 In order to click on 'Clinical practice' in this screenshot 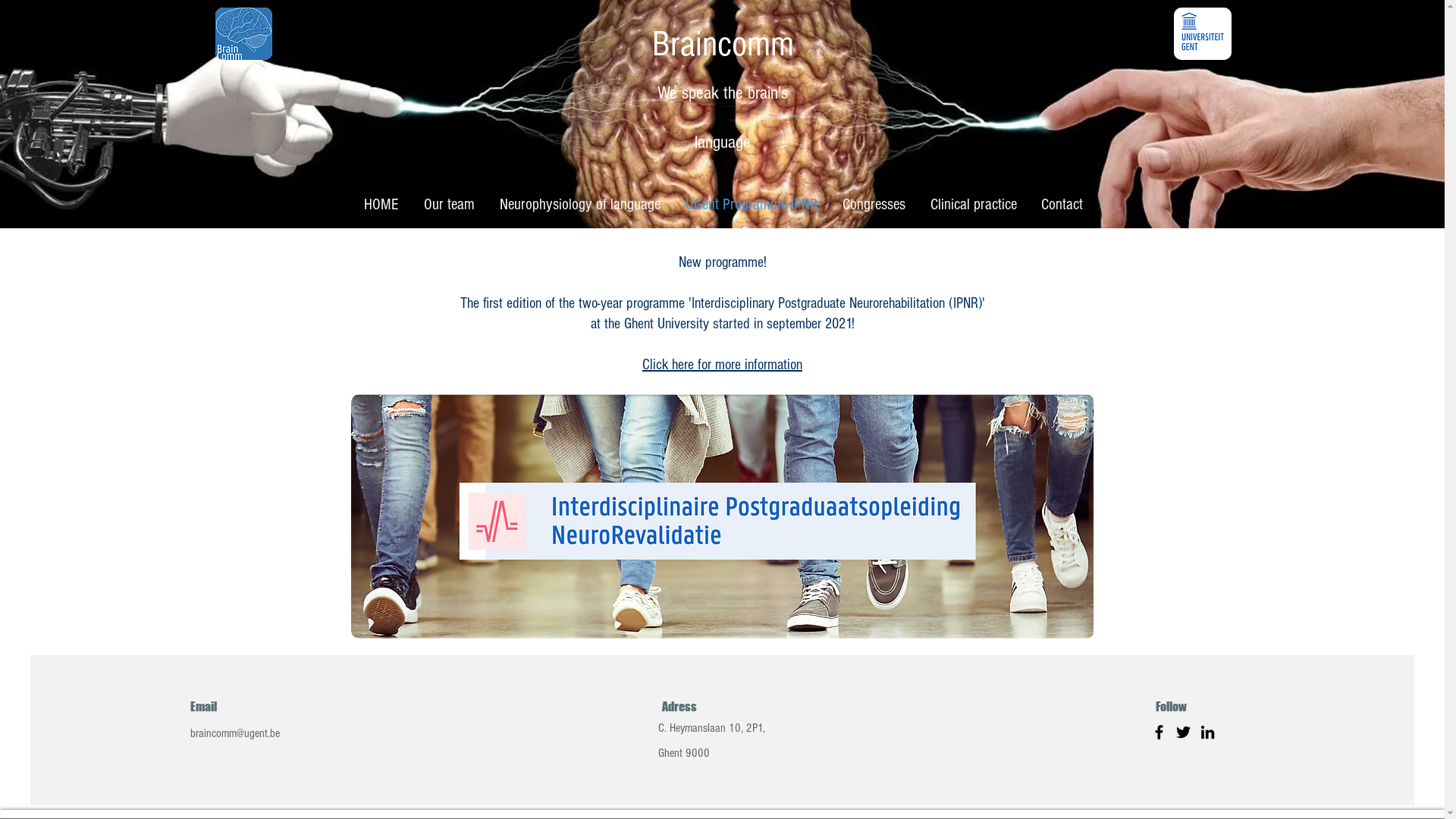, I will do `click(916, 205)`.